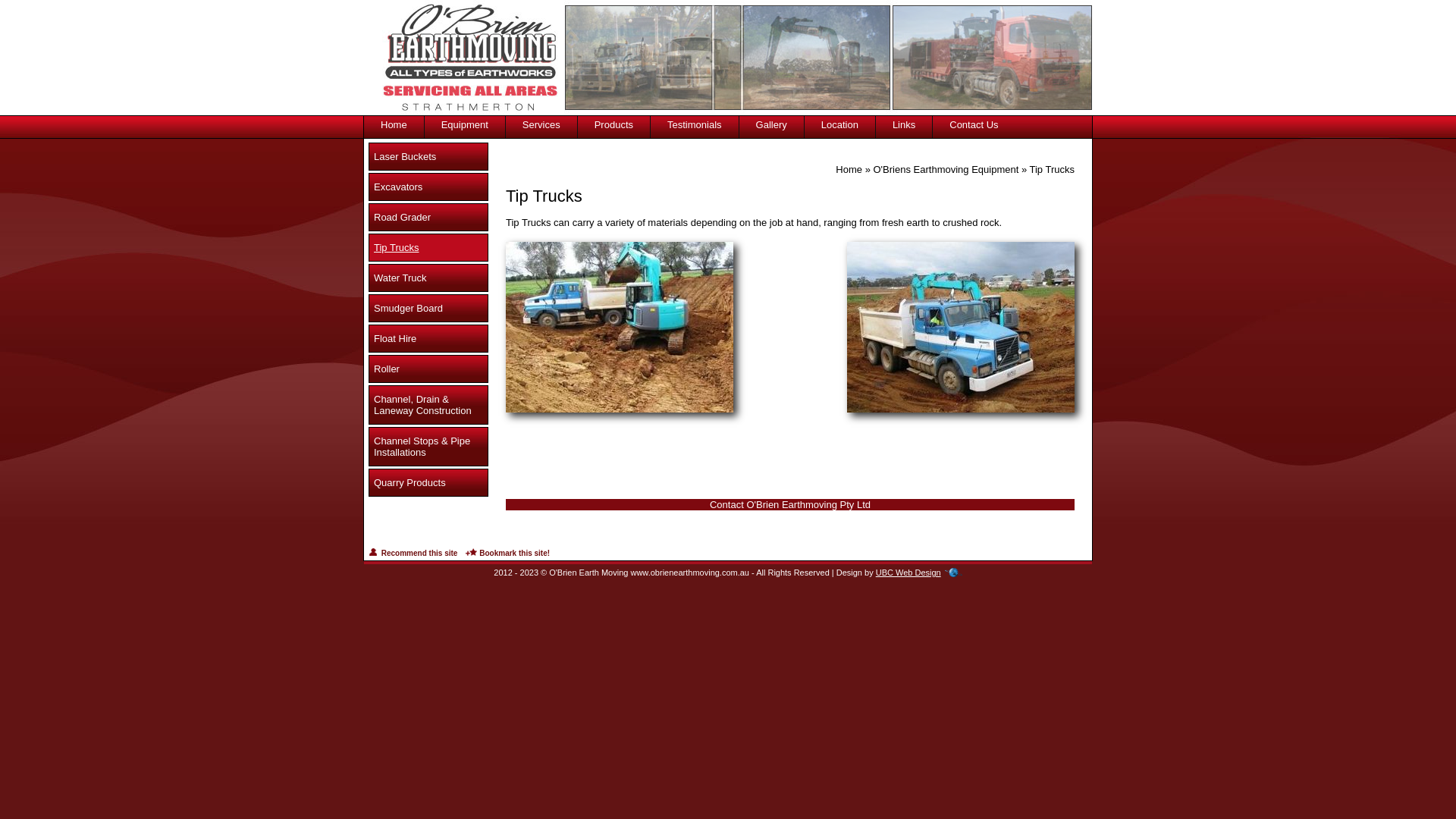  Describe the element at coordinates (412, 553) in the screenshot. I see `'Recommend this site'` at that location.